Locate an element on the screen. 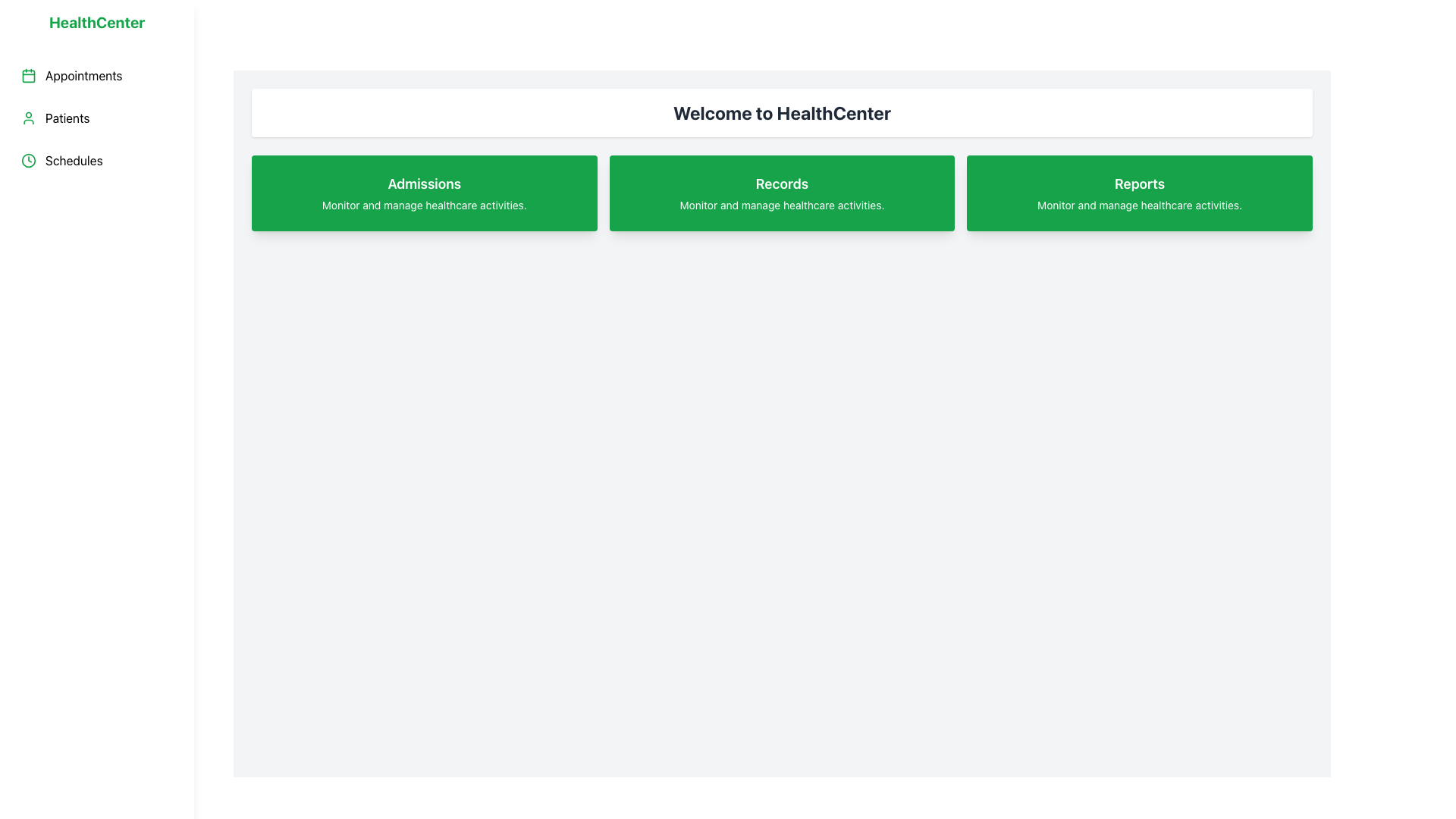 The width and height of the screenshot is (1456, 819). the Static Text element that displays 'Monitor and manage healthcare activities.' which is styled in a smaller font on a green background, located below the 'Admissions' element is located at coordinates (424, 205).